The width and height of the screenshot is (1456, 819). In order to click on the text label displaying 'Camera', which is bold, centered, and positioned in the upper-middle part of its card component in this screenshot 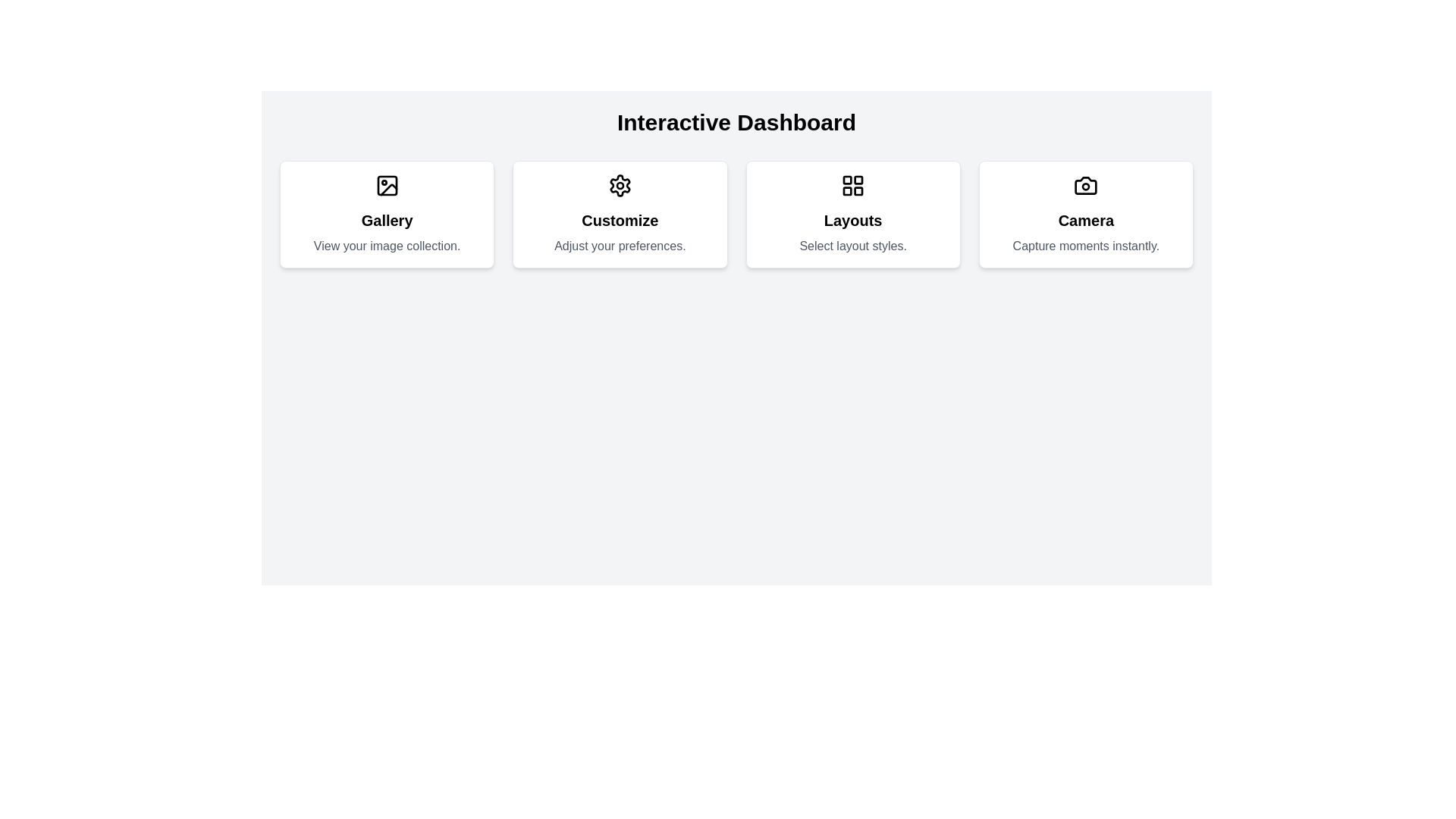, I will do `click(1085, 220)`.